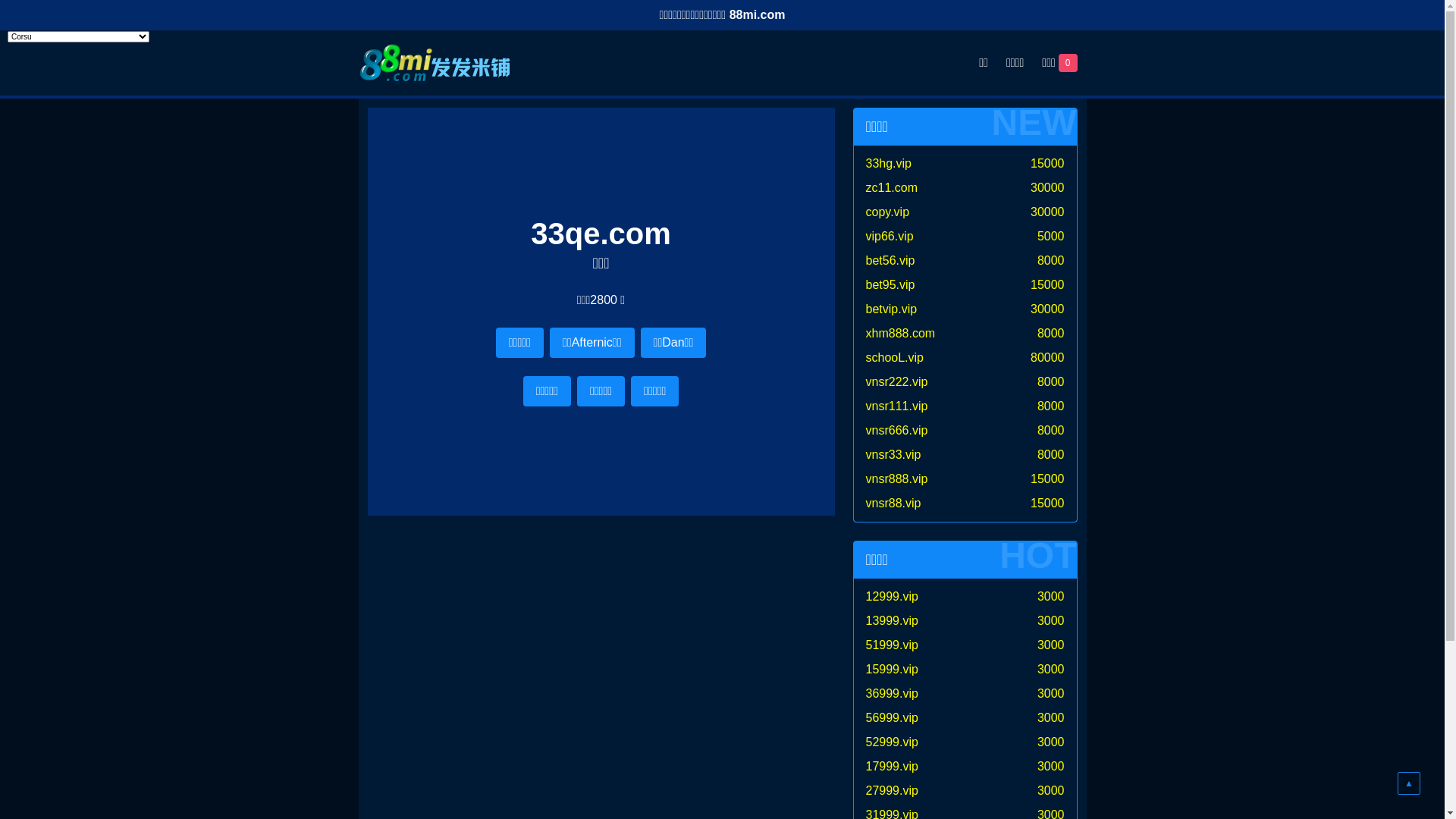 The width and height of the screenshot is (1456, 819). Describe the element at coordinates (892, 789) in the screenshot. I see `'27999.vip'` at that location.